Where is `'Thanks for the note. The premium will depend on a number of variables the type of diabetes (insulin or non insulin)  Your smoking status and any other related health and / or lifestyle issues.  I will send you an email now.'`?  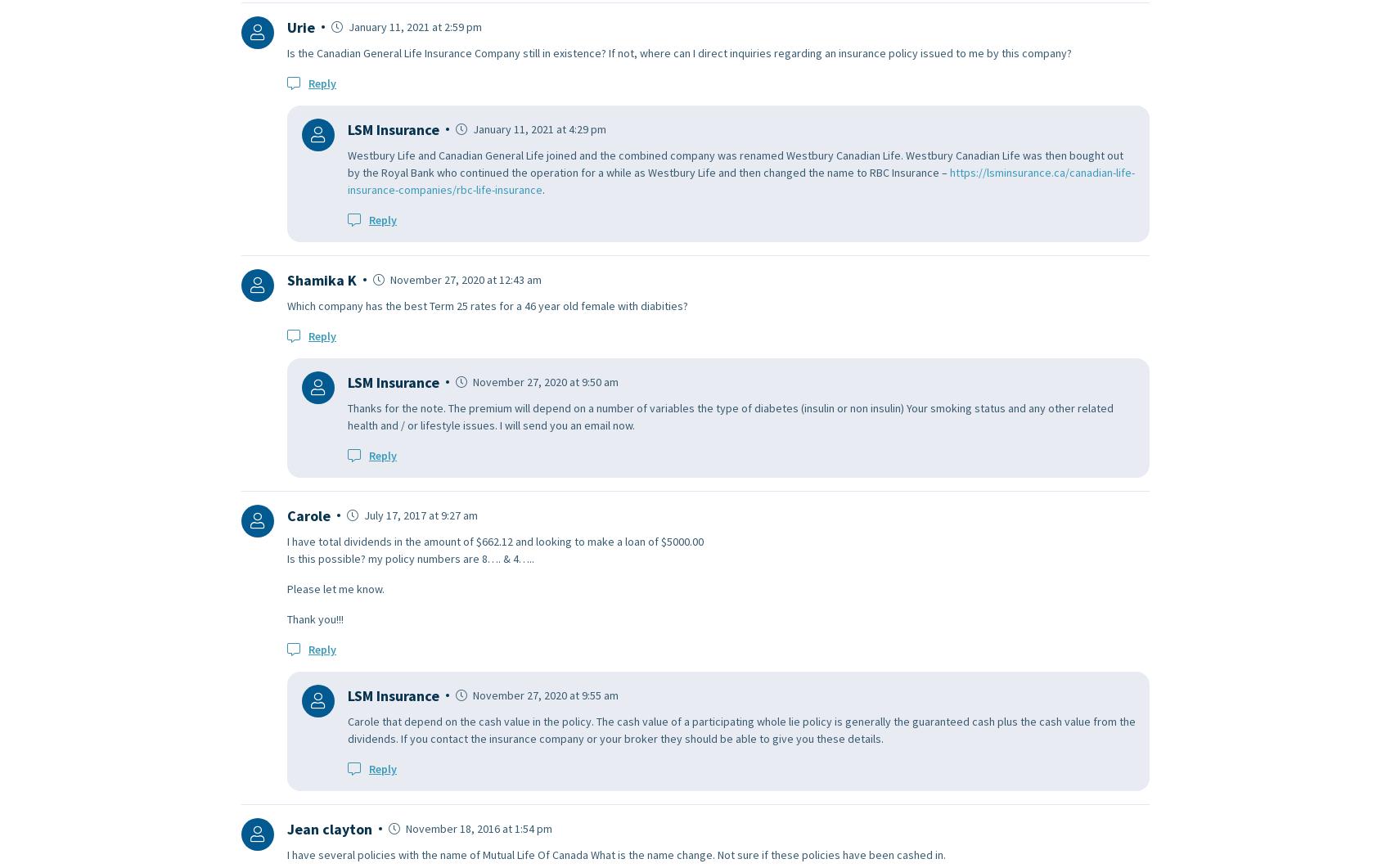 'Thanks for the note. The premium will depend on a number of variables the type of diabetes (insulin or non insulin)  Your smoking status and any other related health and / or lifestyle issues.  I will send you an email now.' is located at coordinates (731, 416).